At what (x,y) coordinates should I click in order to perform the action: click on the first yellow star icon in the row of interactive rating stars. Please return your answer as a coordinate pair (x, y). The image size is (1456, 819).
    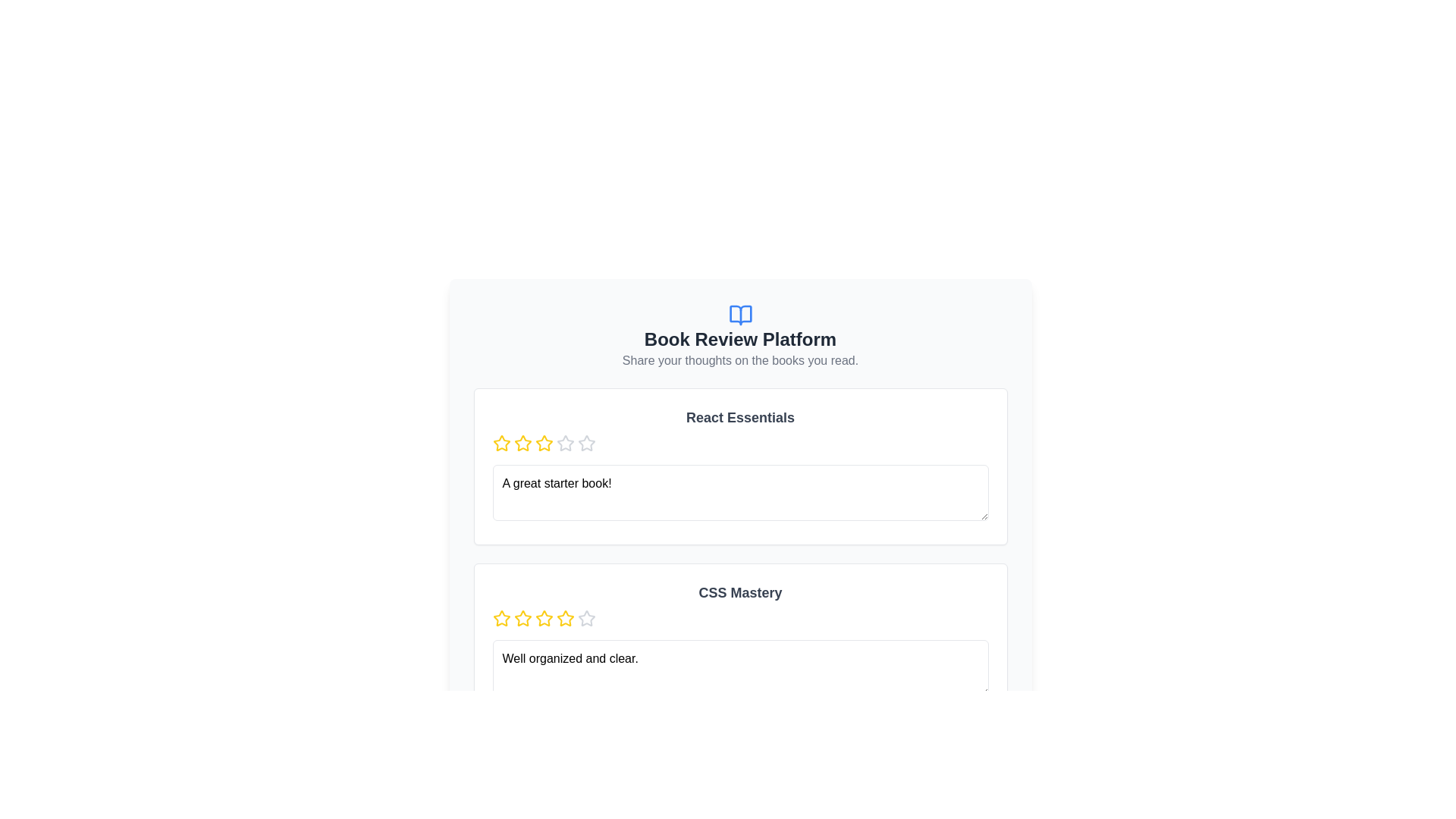
    Looking at the image, I should click on (501, 444).